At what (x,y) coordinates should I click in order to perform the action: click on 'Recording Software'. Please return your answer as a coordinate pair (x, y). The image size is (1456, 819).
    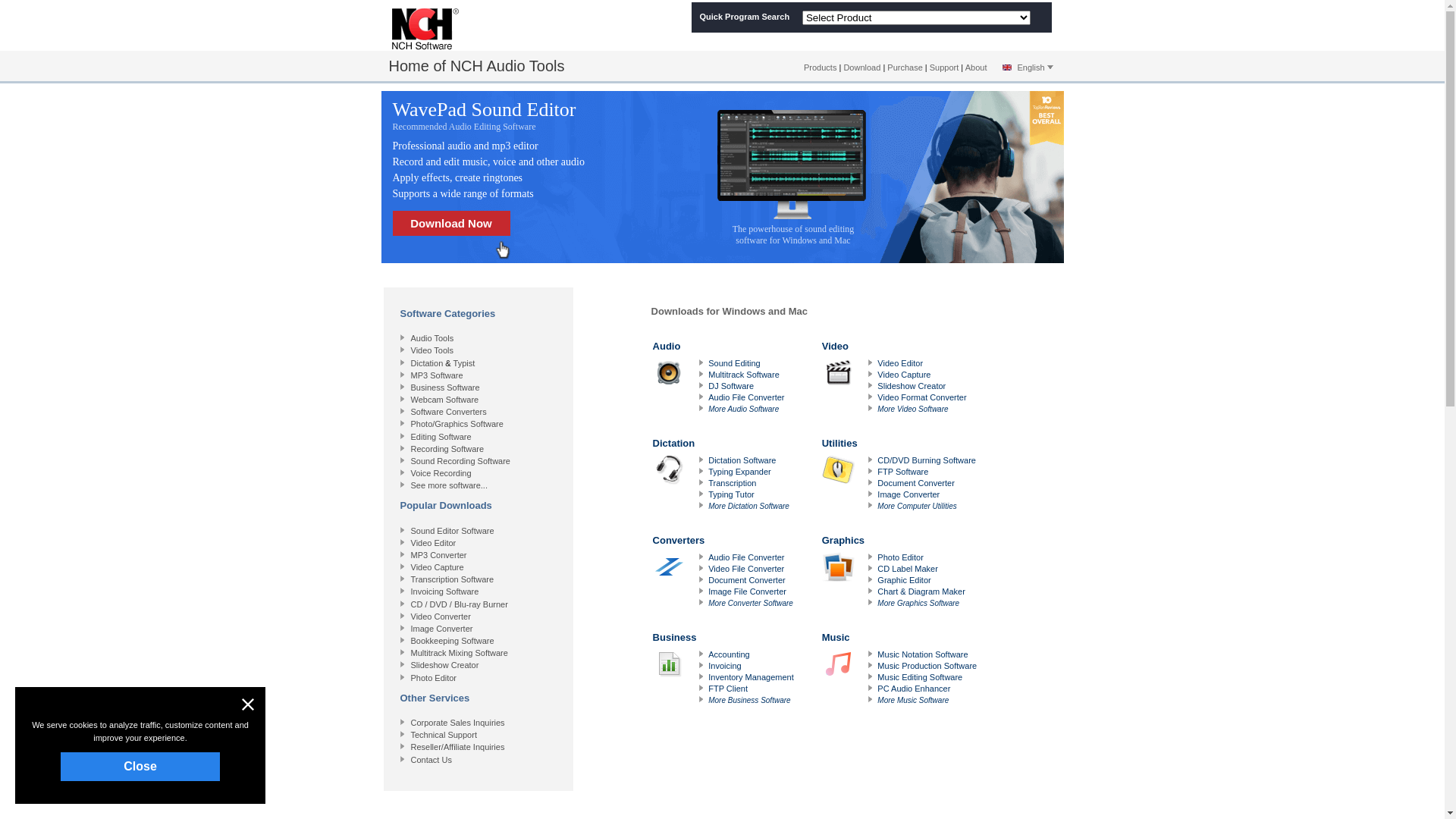
    Looking at the image, I should click on (447, 447).